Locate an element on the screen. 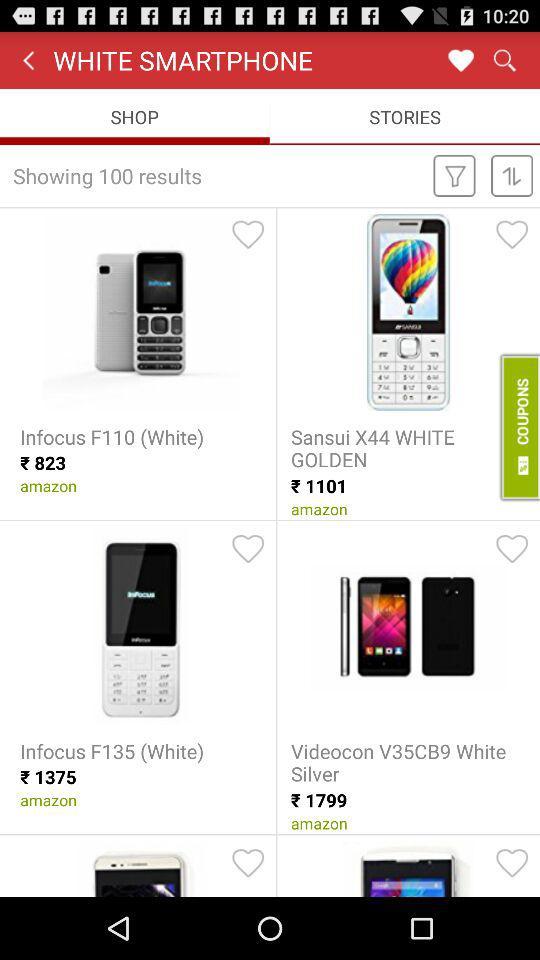 Image resolution: width=540 pixels, height=960 pixels. to mark it favorite is located at coordinates (248, 862).